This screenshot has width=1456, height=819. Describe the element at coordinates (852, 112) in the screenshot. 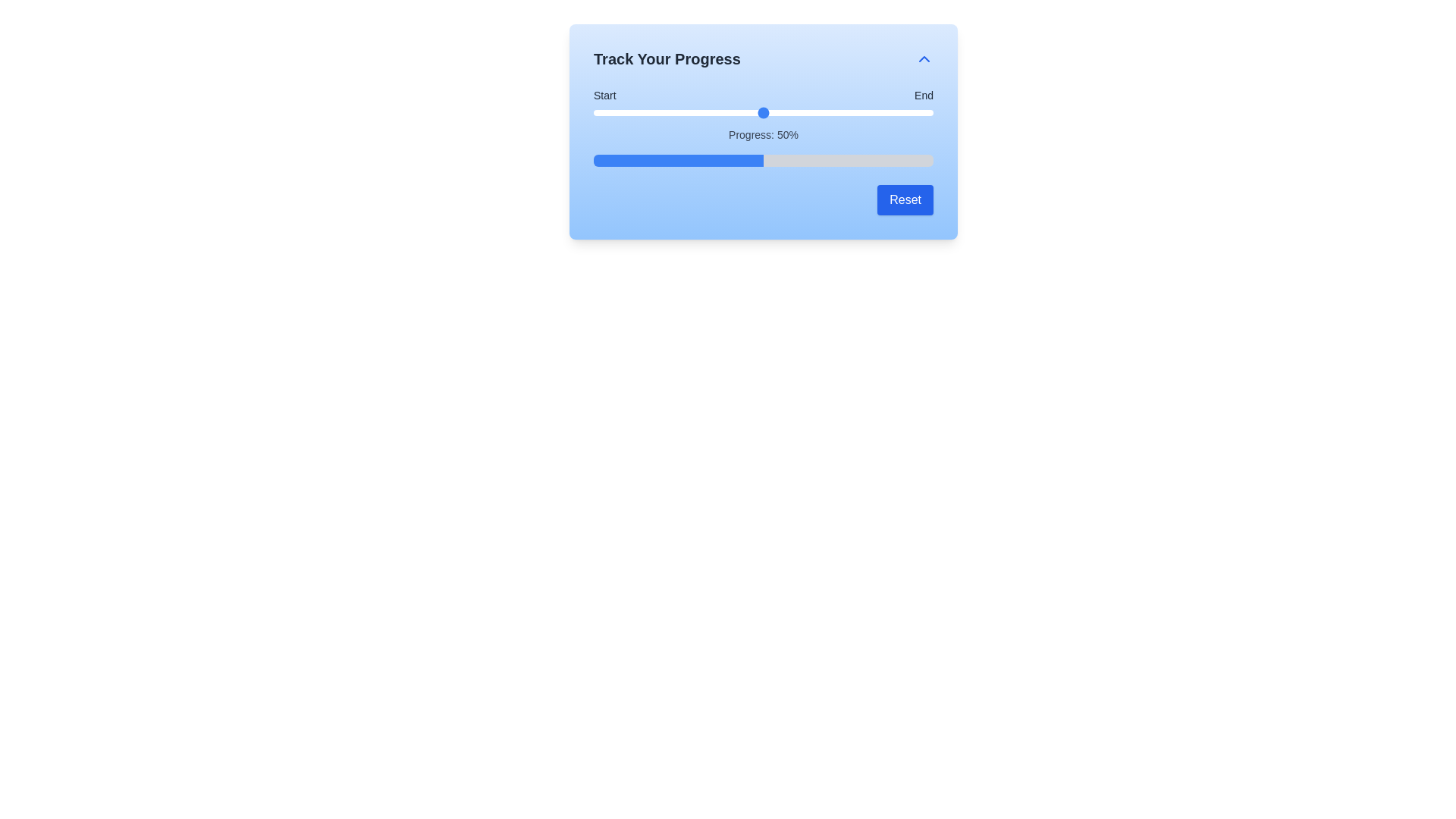

I see `the slider to set the progress to 76%` at that location.